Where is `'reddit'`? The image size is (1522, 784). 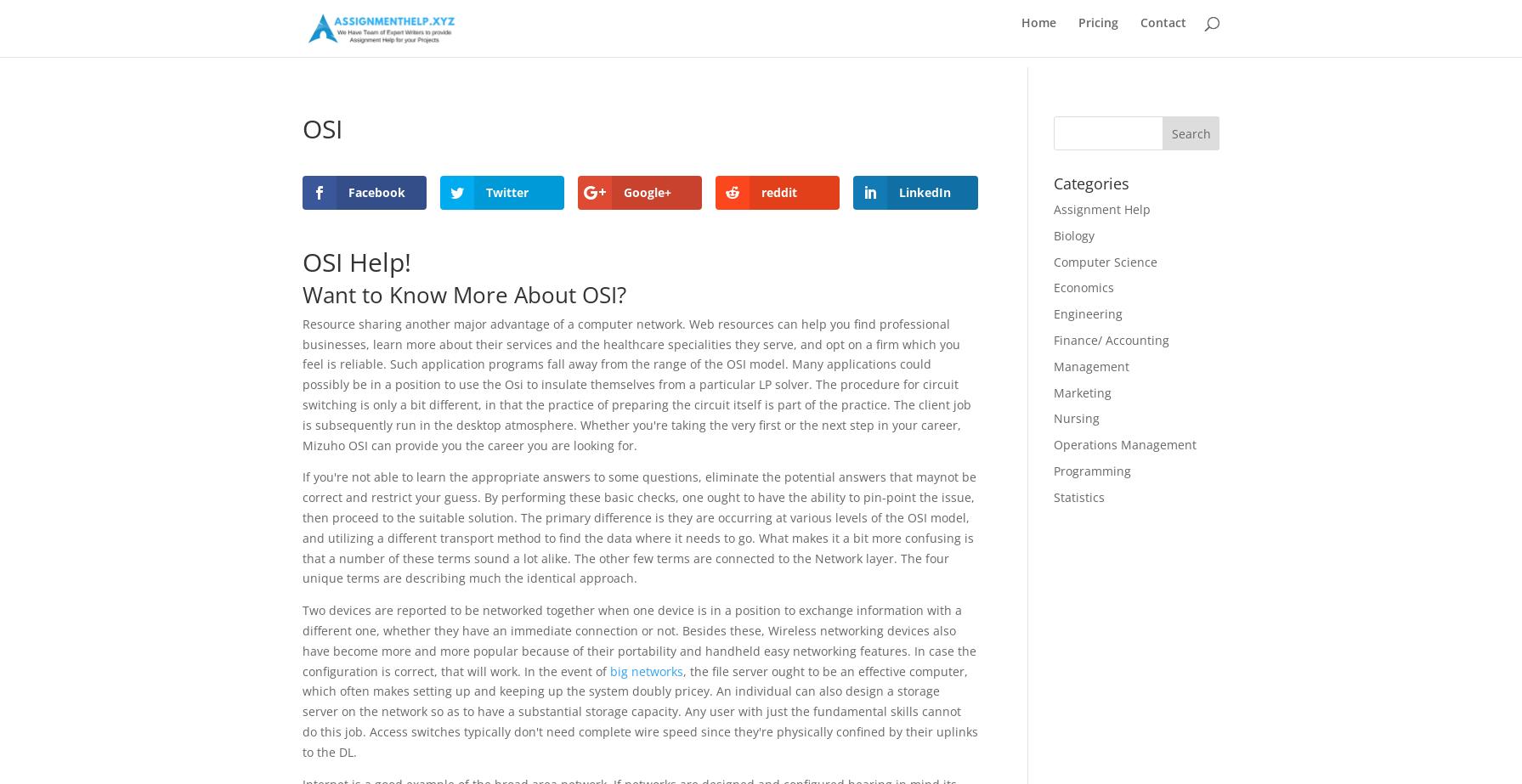
'reddit' is located at coordinates (778, 192).